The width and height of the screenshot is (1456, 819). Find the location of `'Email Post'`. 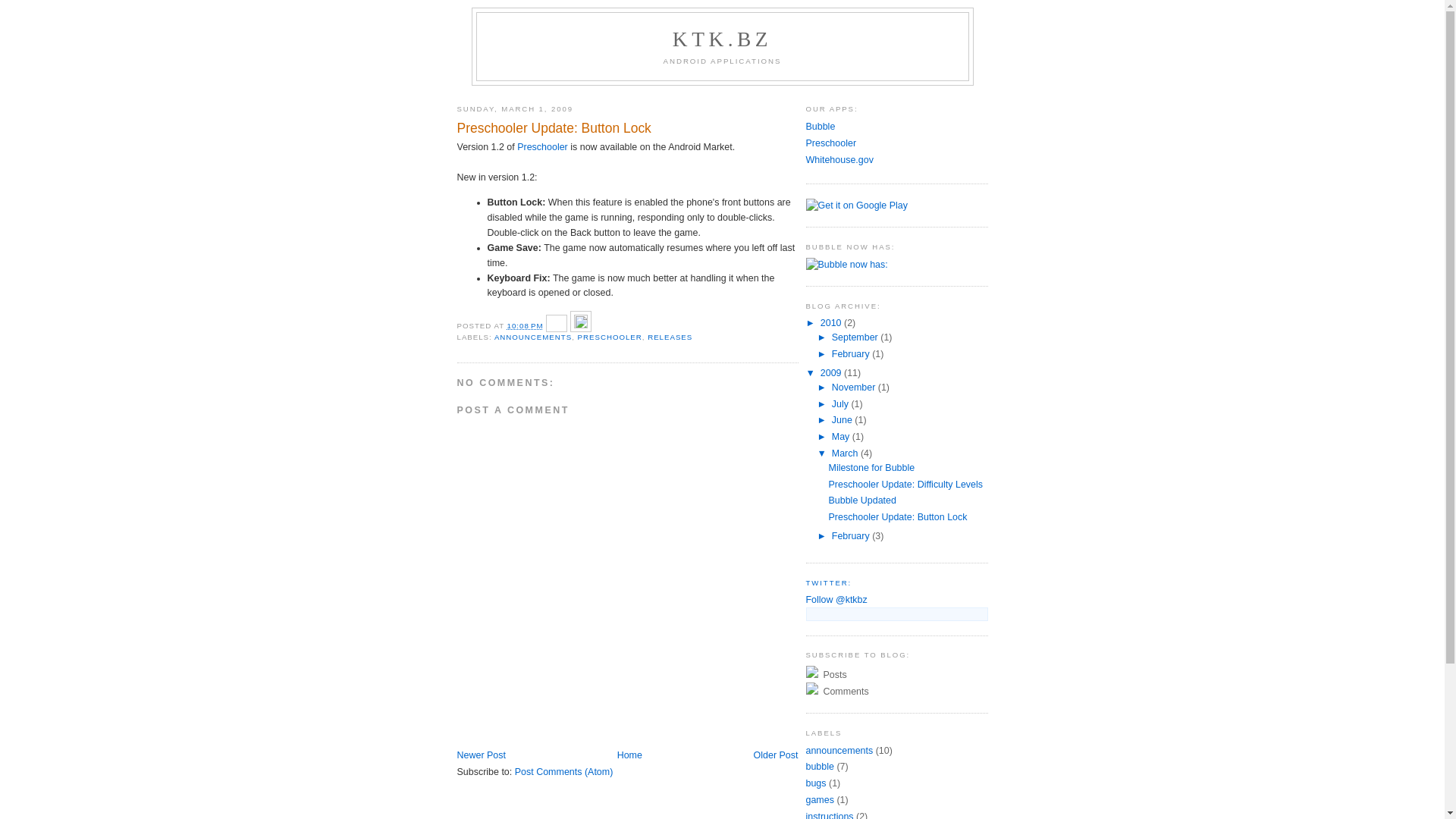

'Email Post' is located at coordinates (557, 325).